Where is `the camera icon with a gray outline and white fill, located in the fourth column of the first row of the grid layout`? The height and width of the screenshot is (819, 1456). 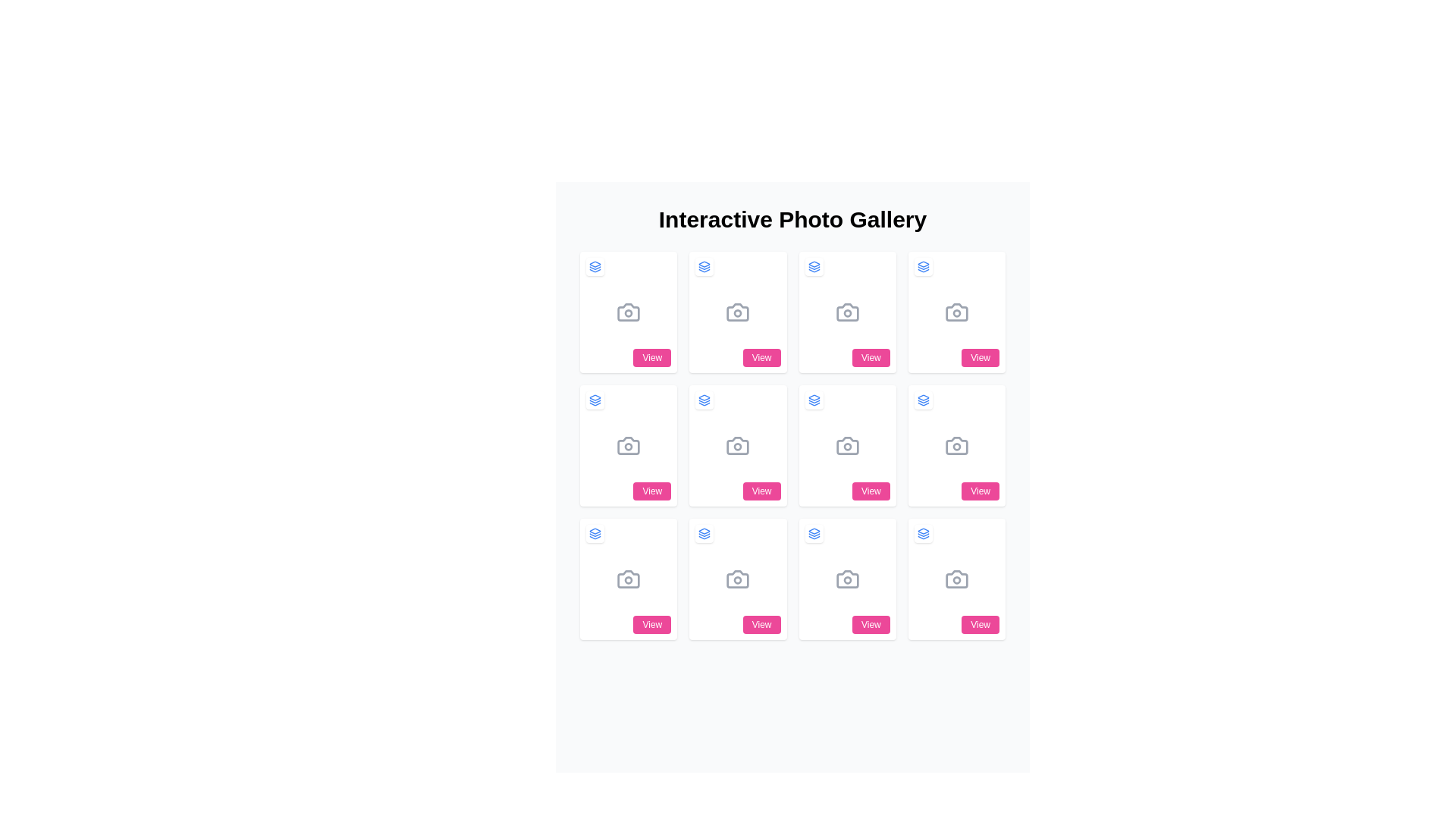 the camera icon with a gray outline and white fill, located in the fourth column of the first row of the grid layout is located at coordinates (955, 312).